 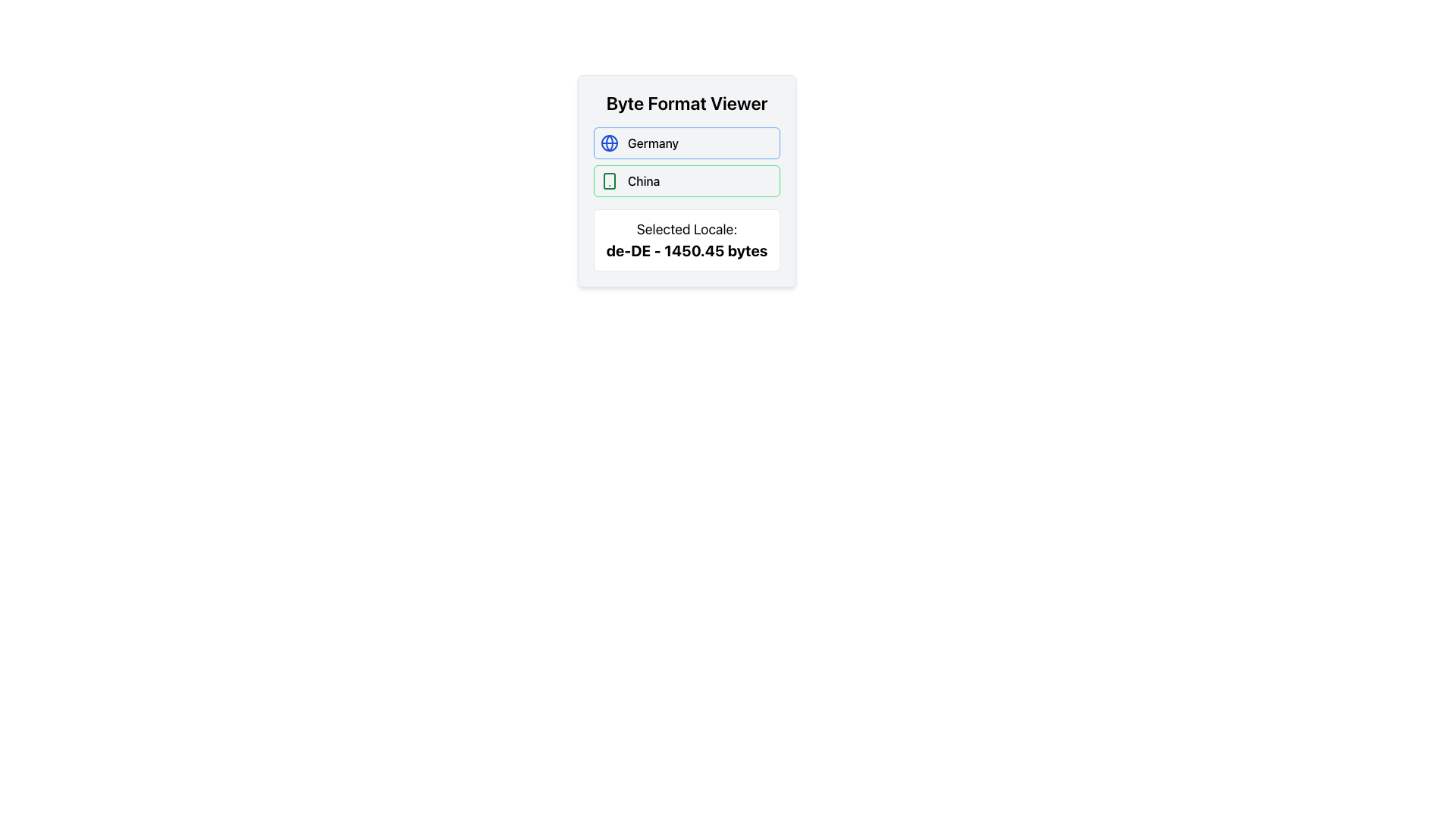 I want to click on the text label displaying 'de-DE - 1450.45 bytes' located below the 'Selected Locale:' label, so click(x=686, y=249).